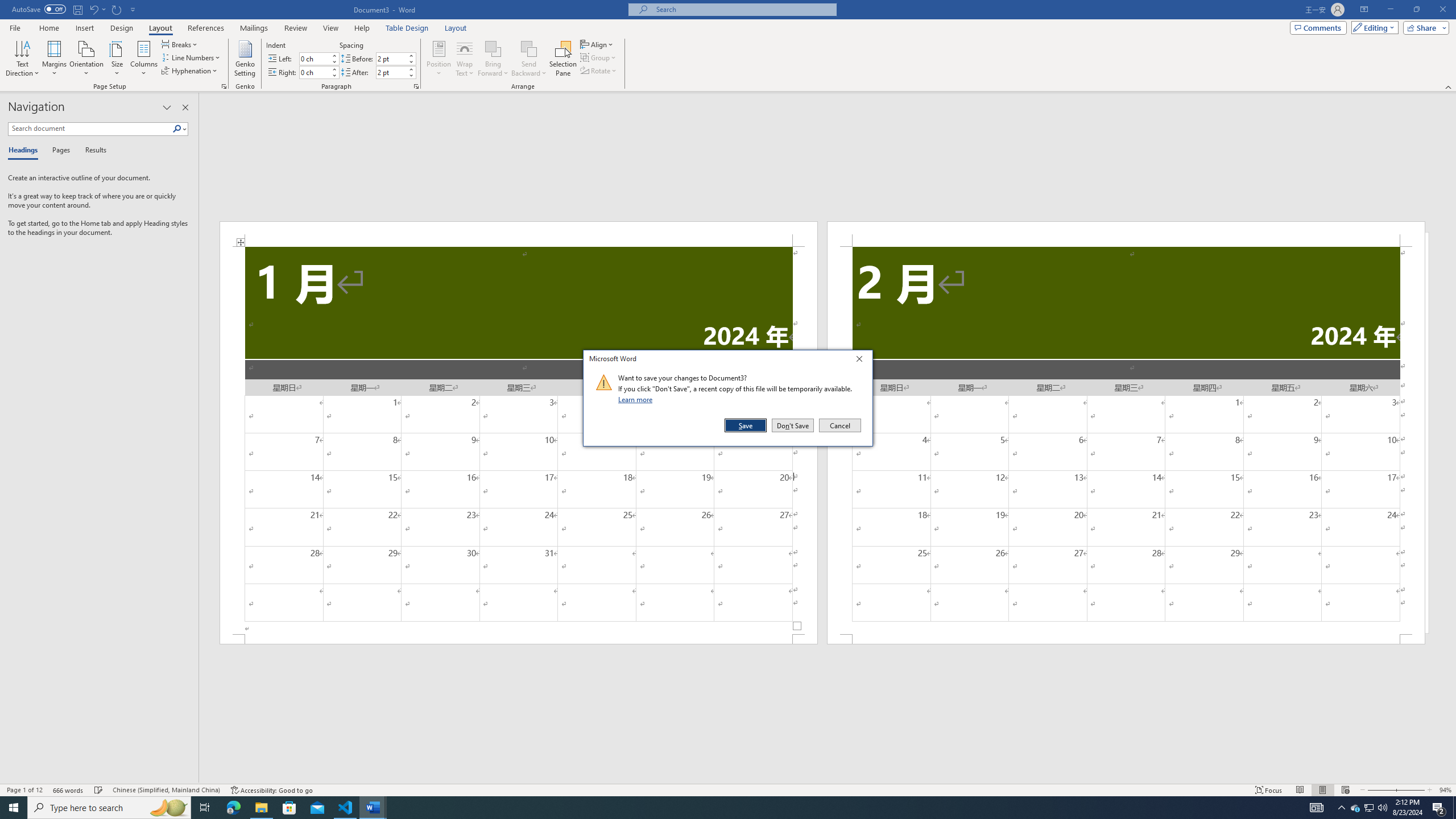 The image size is (1456, 819). Describe the element at coordinates (117, 59) in the screenshot. I see `'Size'` at that location.